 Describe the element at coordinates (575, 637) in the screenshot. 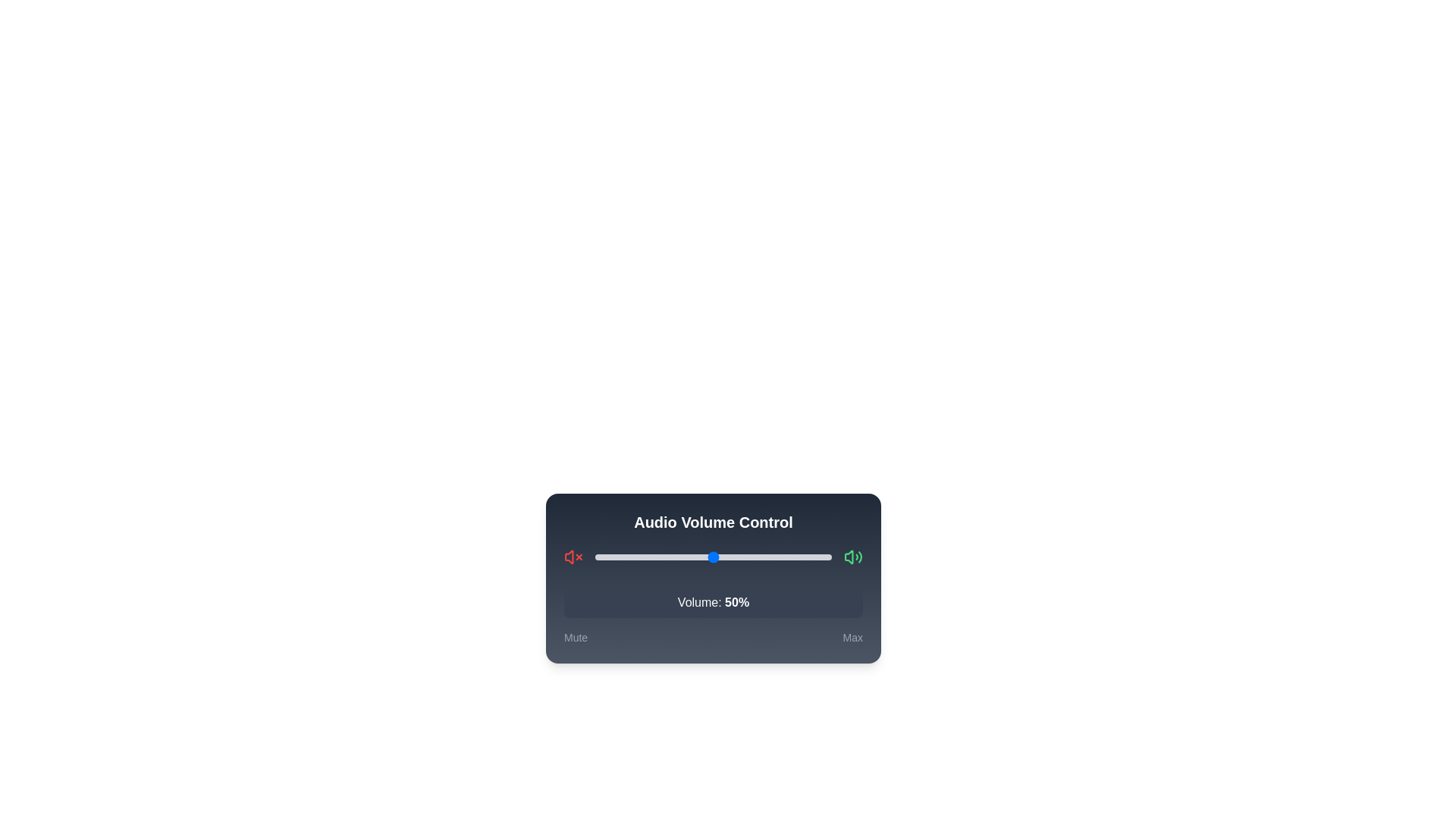

I see `the 'Mute' text label` at that location.